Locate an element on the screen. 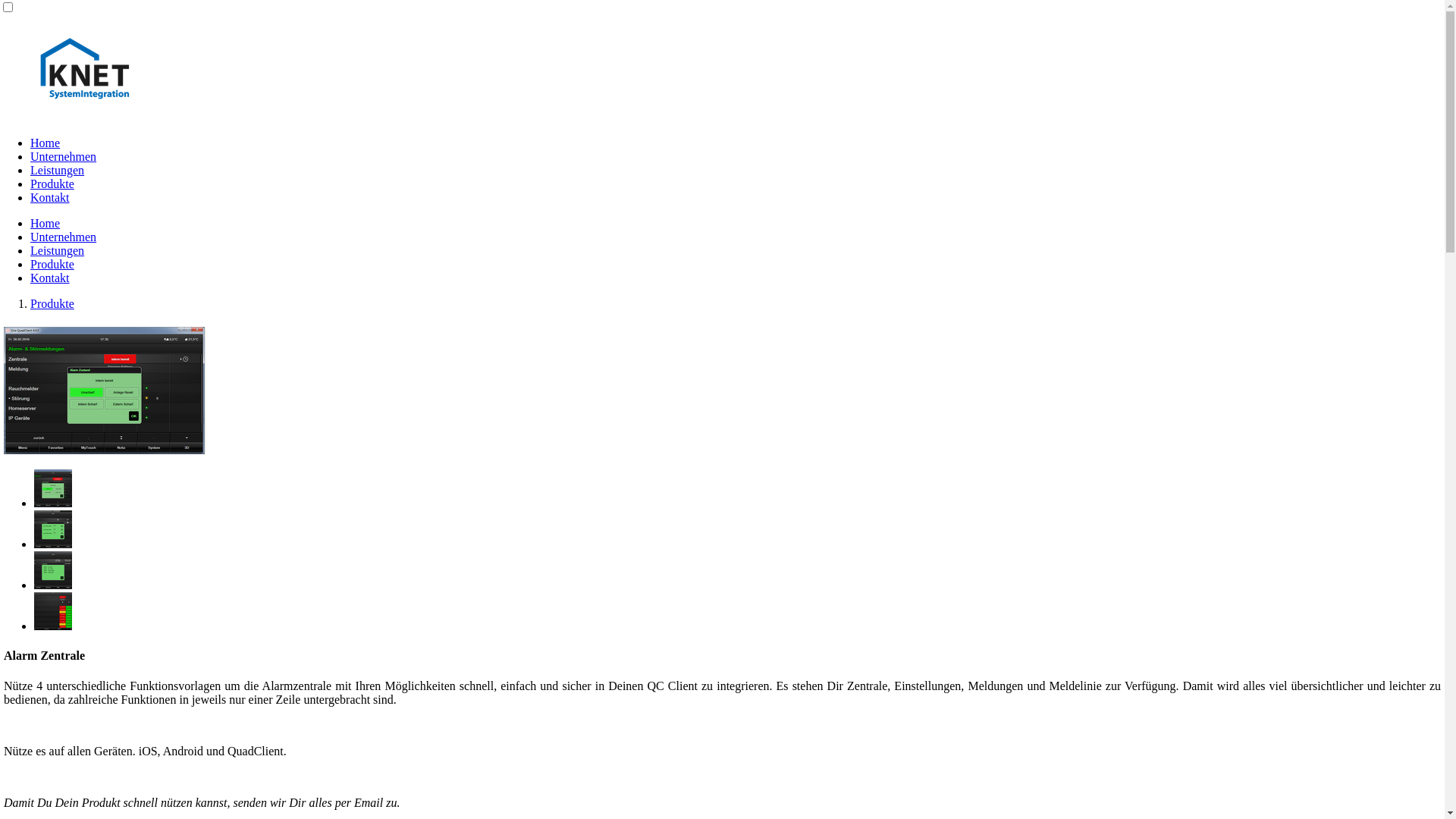 This screenshot has height=819, width=1456. 'Kontakt' is located at coordinates (30, 278).